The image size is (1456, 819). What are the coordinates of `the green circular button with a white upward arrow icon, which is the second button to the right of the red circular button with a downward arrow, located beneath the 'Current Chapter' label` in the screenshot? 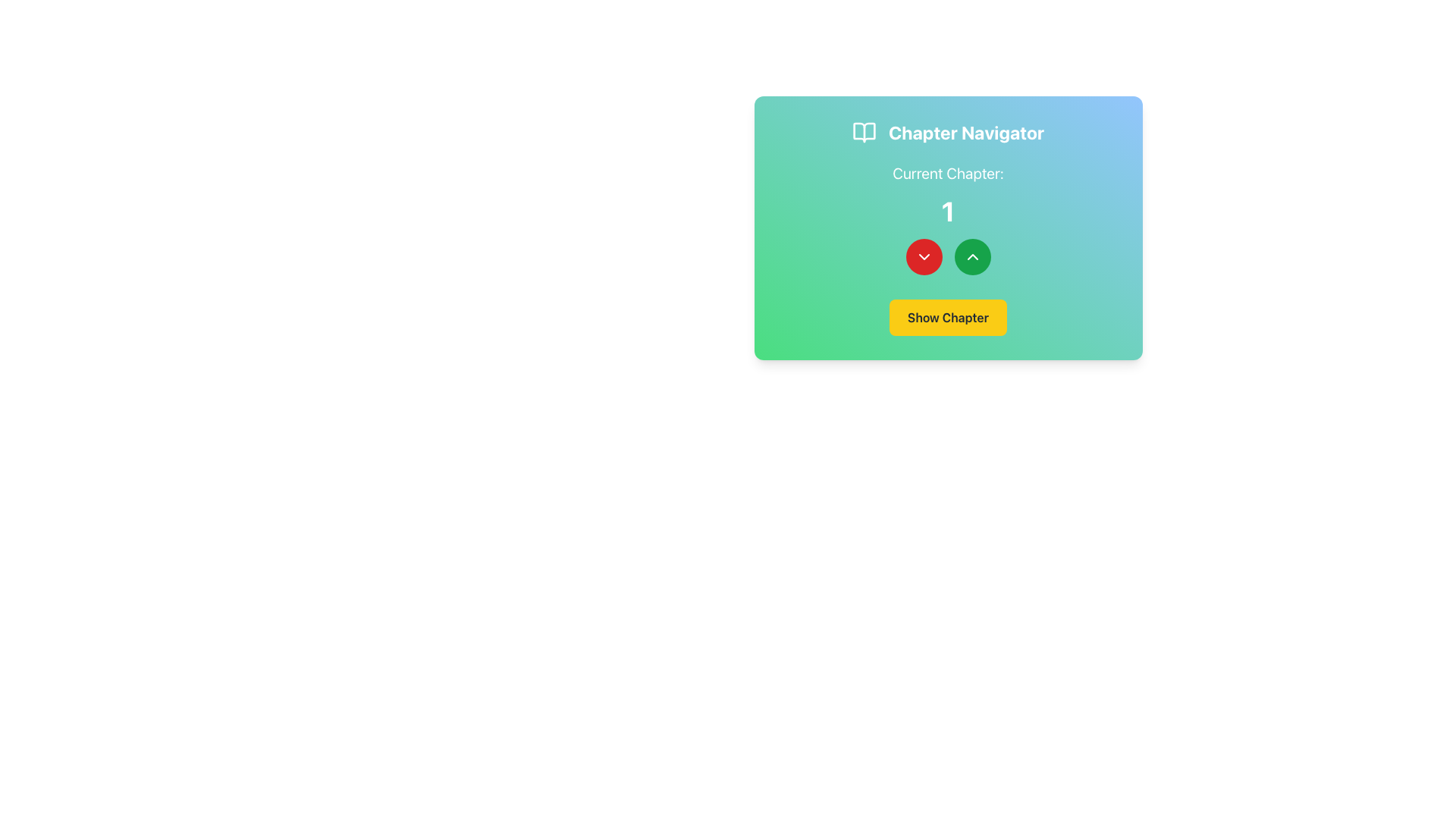 It's located at (972, 256).